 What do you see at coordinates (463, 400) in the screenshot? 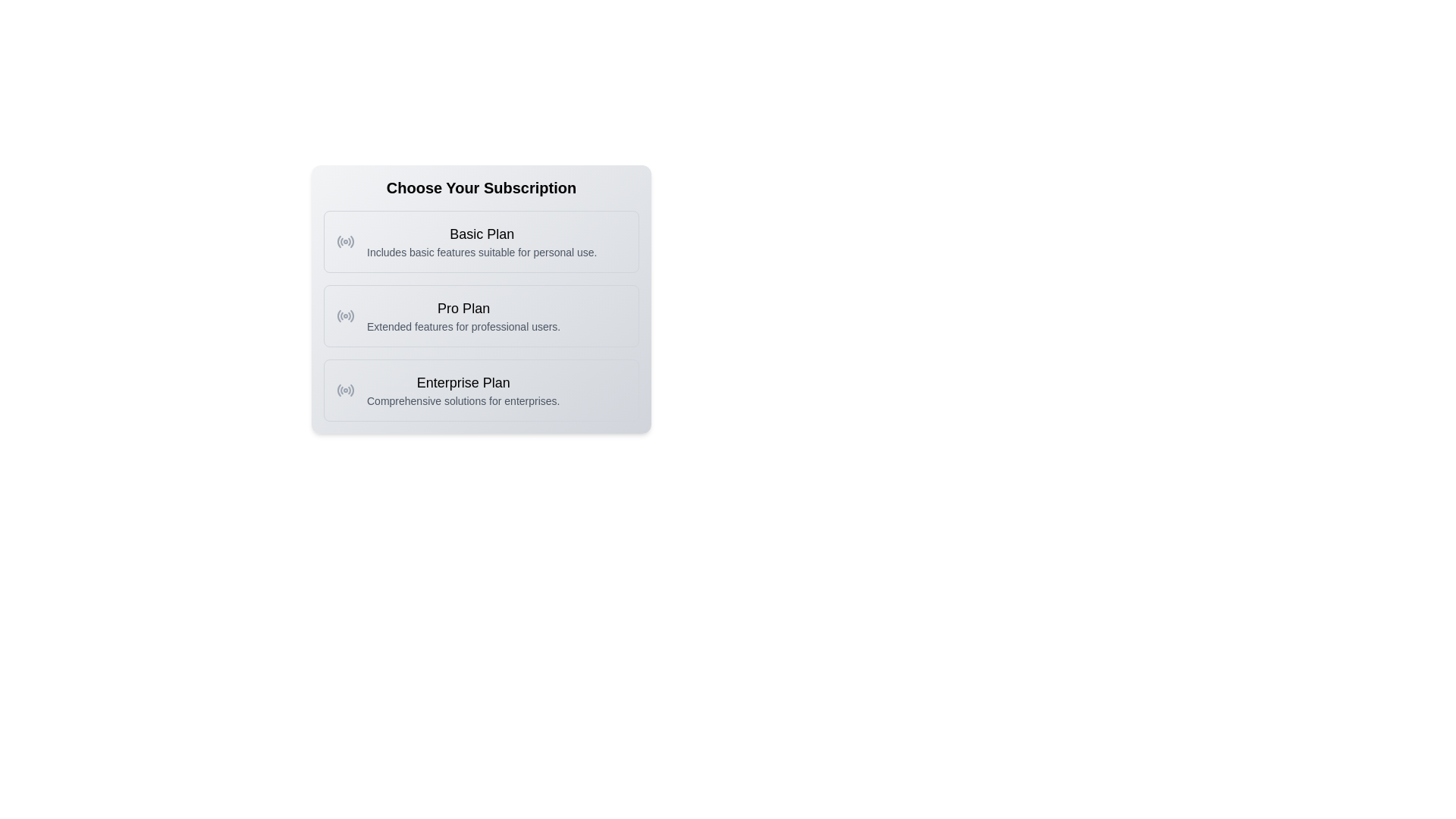
I see `descriptive subtitle text located directly below the 'Enterprise Plan' header in the bottom row of subscription plans` at bounding box center [463, 400].